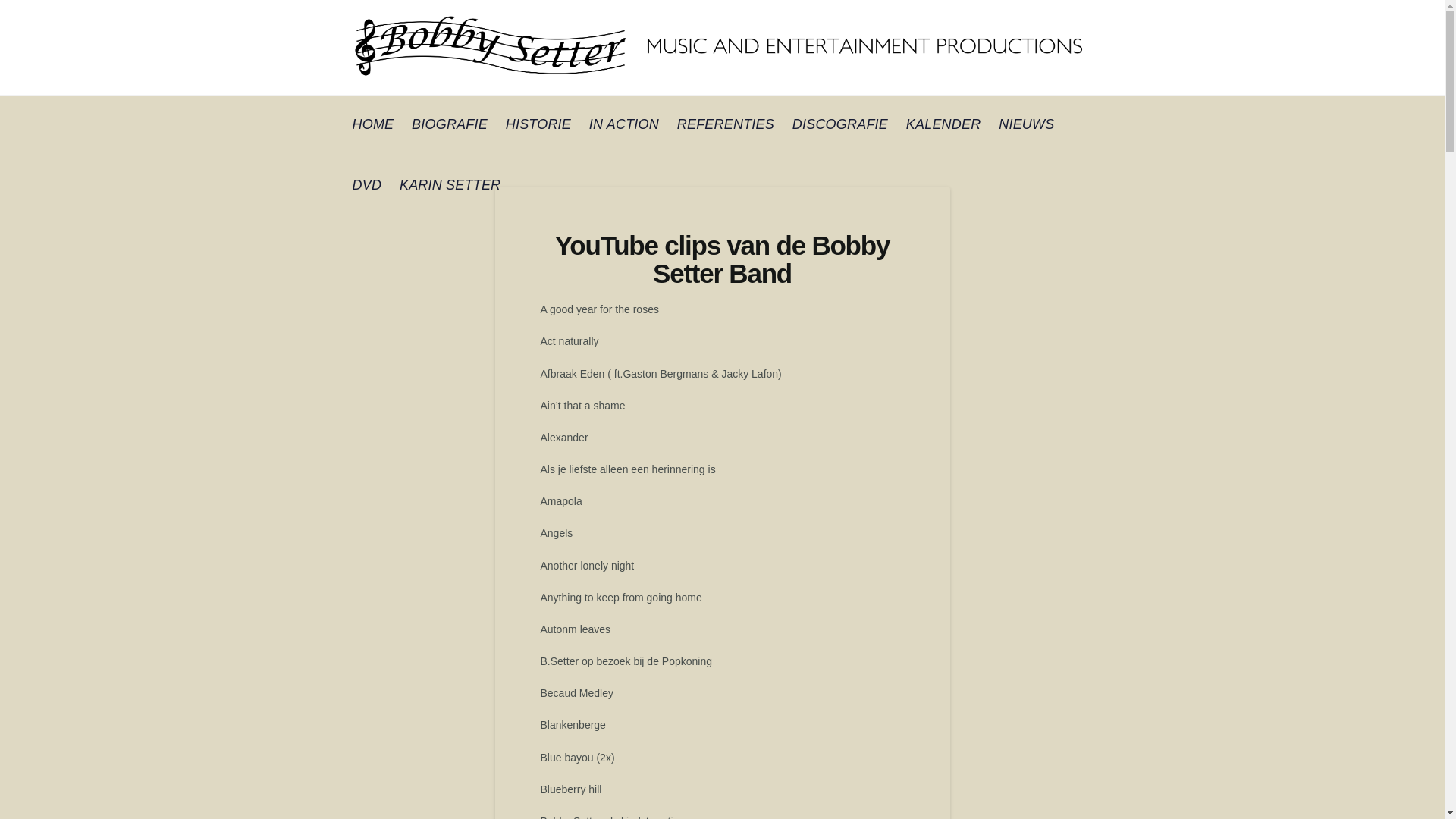 This screenshot has width=1456, height=819. What do you see at coordinates (942, 124) in the screenshot?
I see `'KALENDER'` at bounding box center [942, 124].